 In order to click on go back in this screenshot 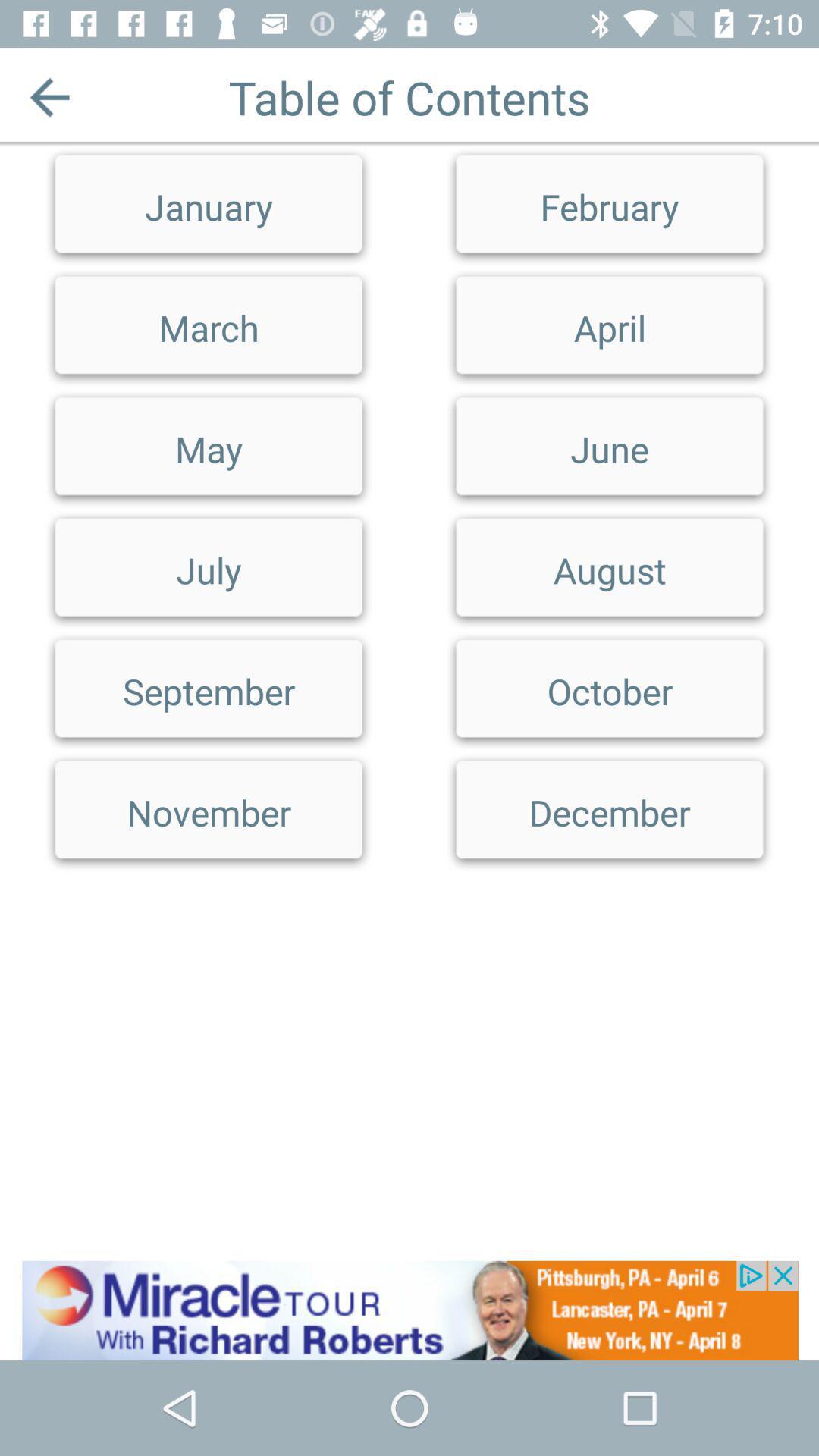, I will do `click(49, 96)`.